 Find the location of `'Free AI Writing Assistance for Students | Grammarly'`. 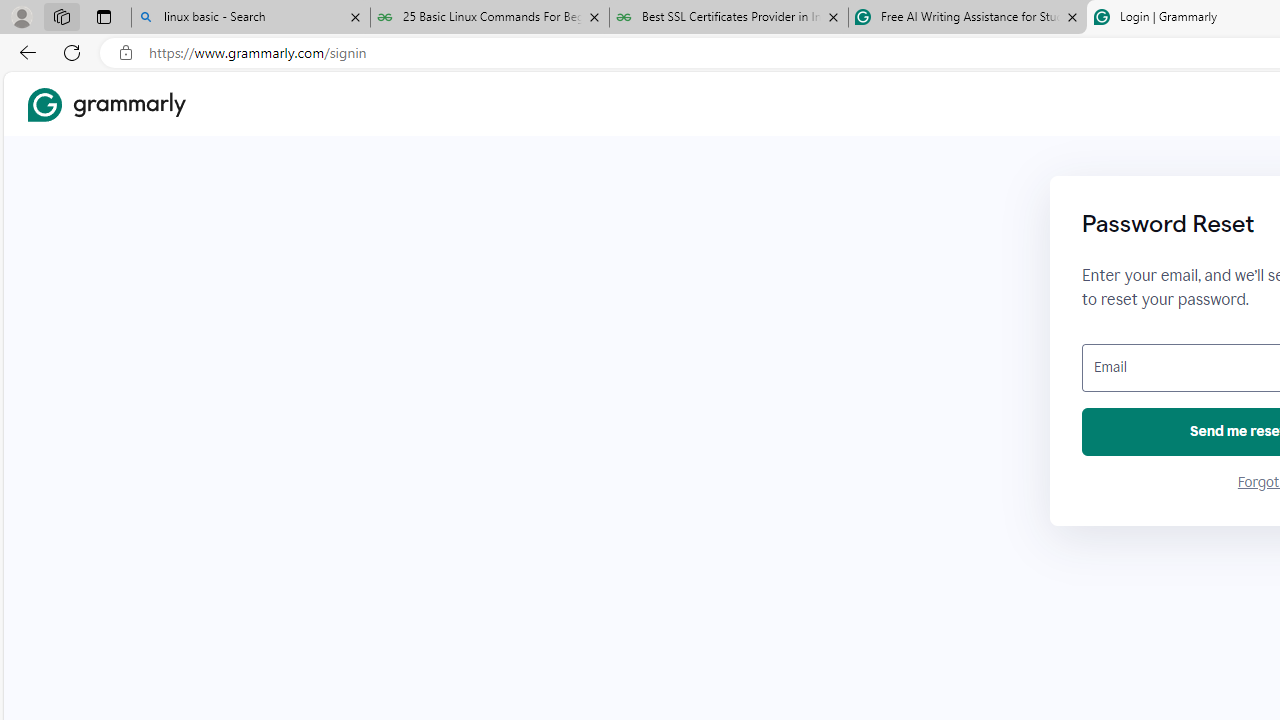

'Free AI Writing Assistance for Students | Grammarly' is located at coordinates (967, 17).